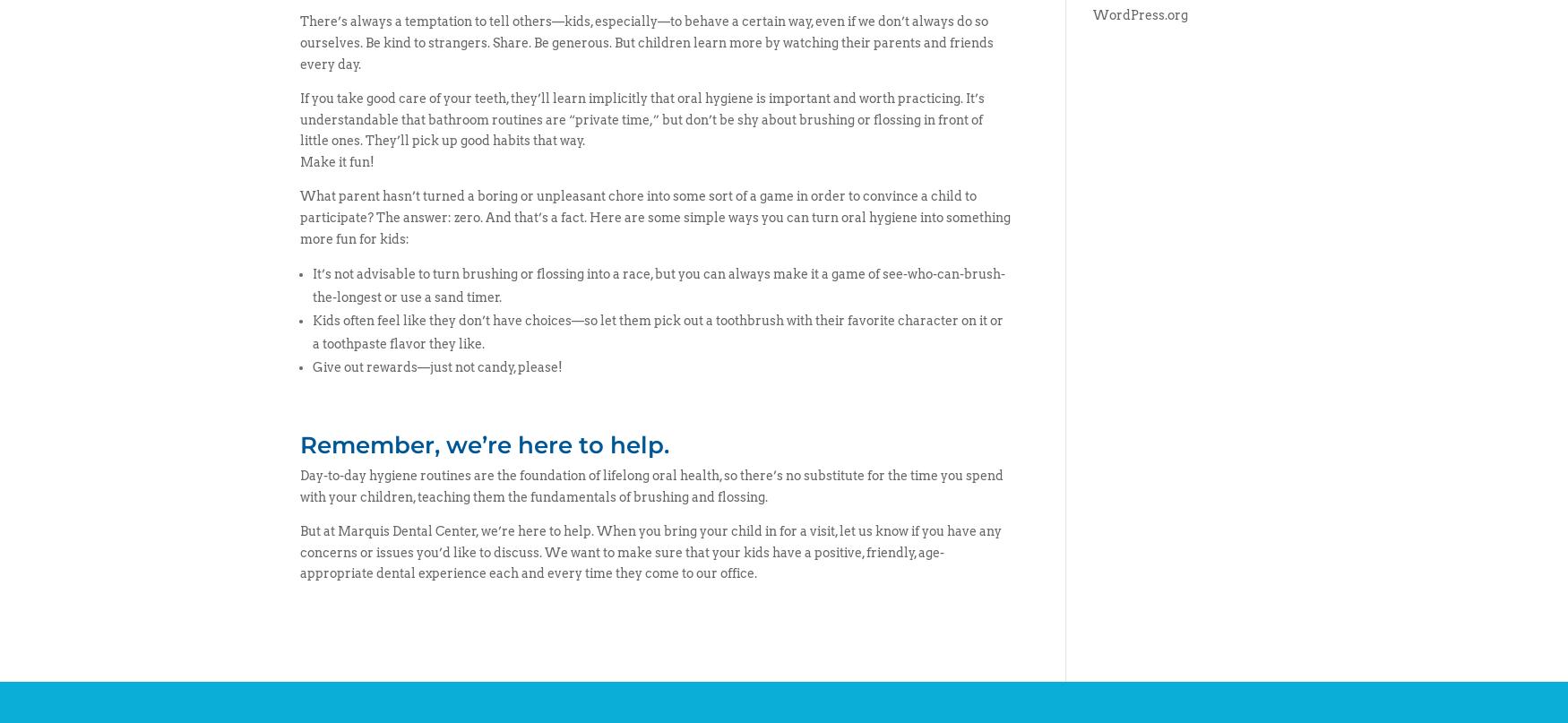 This screenshot has height=723, width=1568. Describe the element at coordinates (642, 117) in the screenshot. I see `'If you take good care of your teeth, they’ll learn implicitly that oral hygiene is important and worth practicing. It’s understandable that bathroom routines are “private time,” but don’t be shy about brushing or flossing in front of little ones. They’ll pick up good habits that way.'` at that location.